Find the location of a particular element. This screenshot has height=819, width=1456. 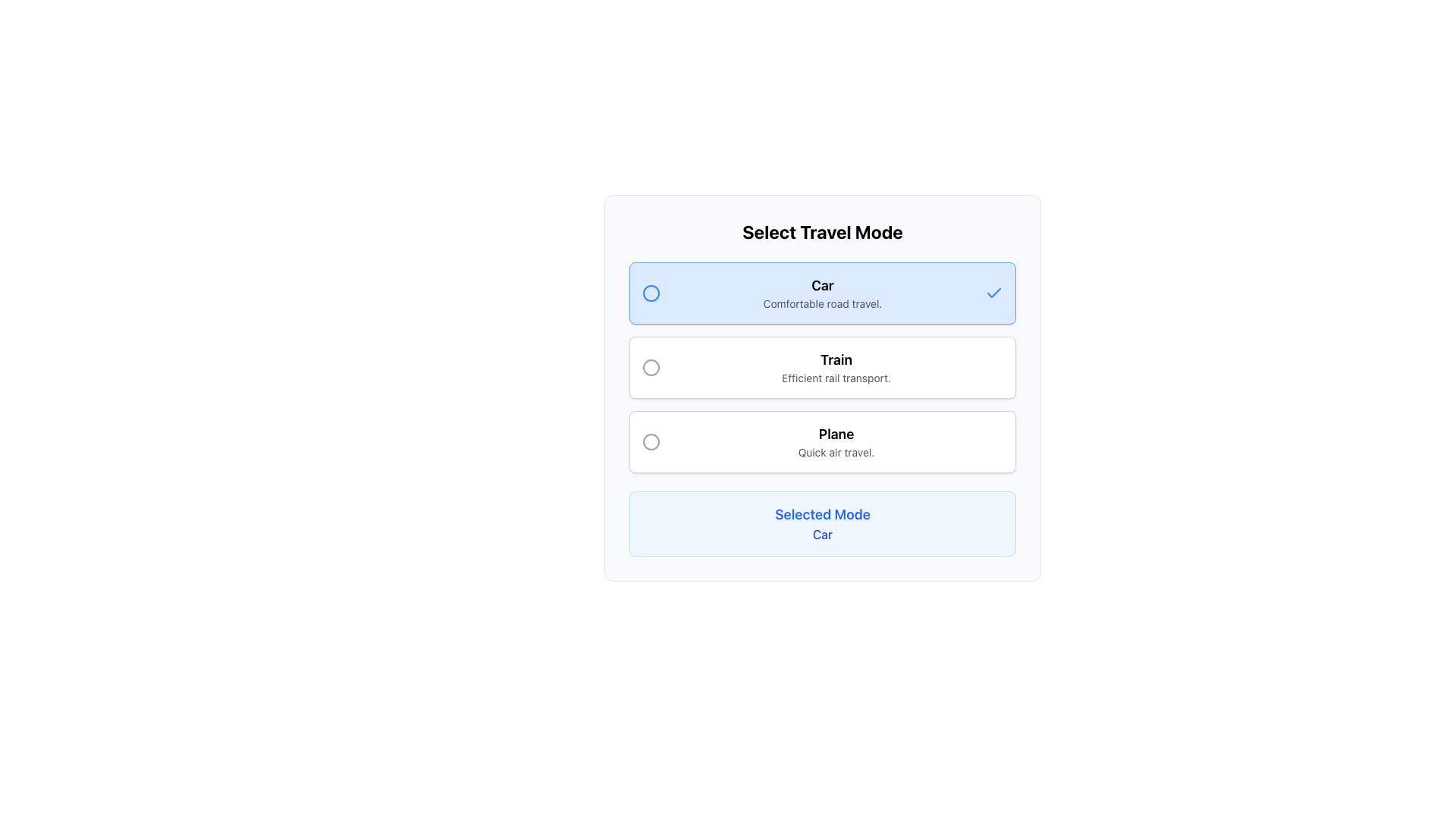

the 'Car' text label, which is displayed in blue and located below the 'Selected Mode' label in a light blue rectangular section is located at coordinates (821, 534).